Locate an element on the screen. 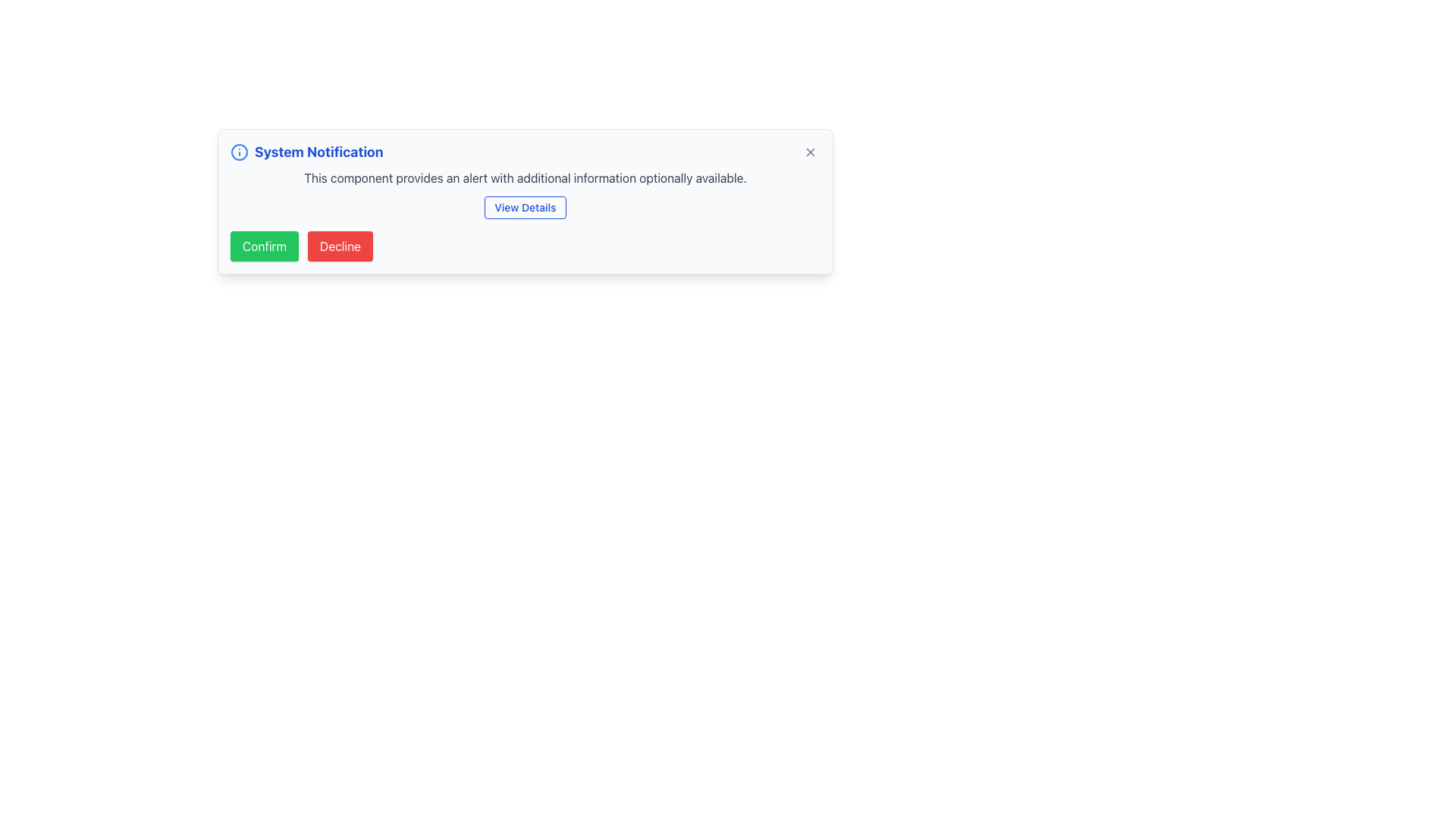 This screenshot has width=1456, height=819. the close button represented by an 'X' icon in the top-right corner of the notification card is located at coordinates (810, 152).